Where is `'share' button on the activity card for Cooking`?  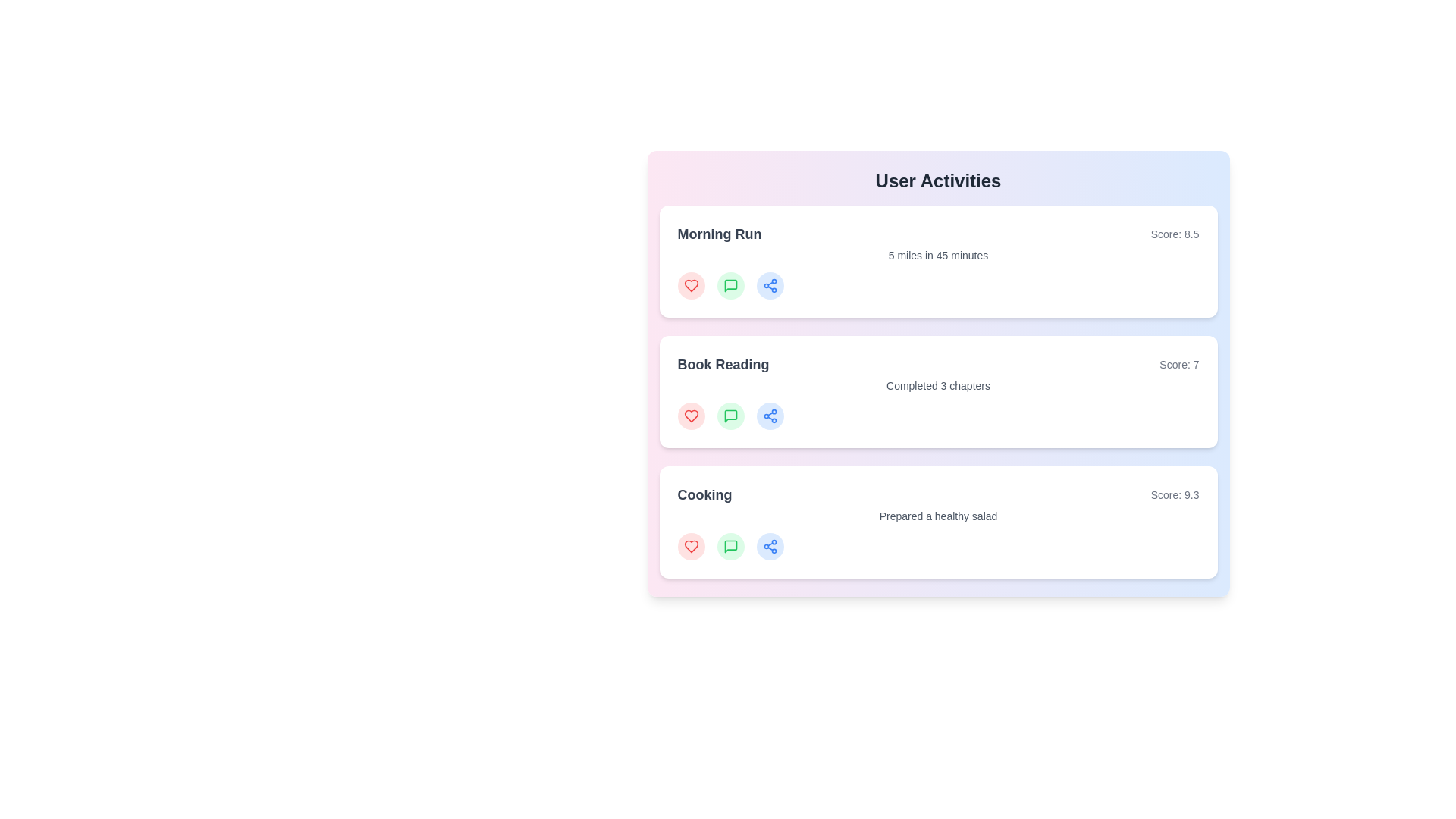
'share' button on the activity card for Cooking is located at coordinates (770, 547).